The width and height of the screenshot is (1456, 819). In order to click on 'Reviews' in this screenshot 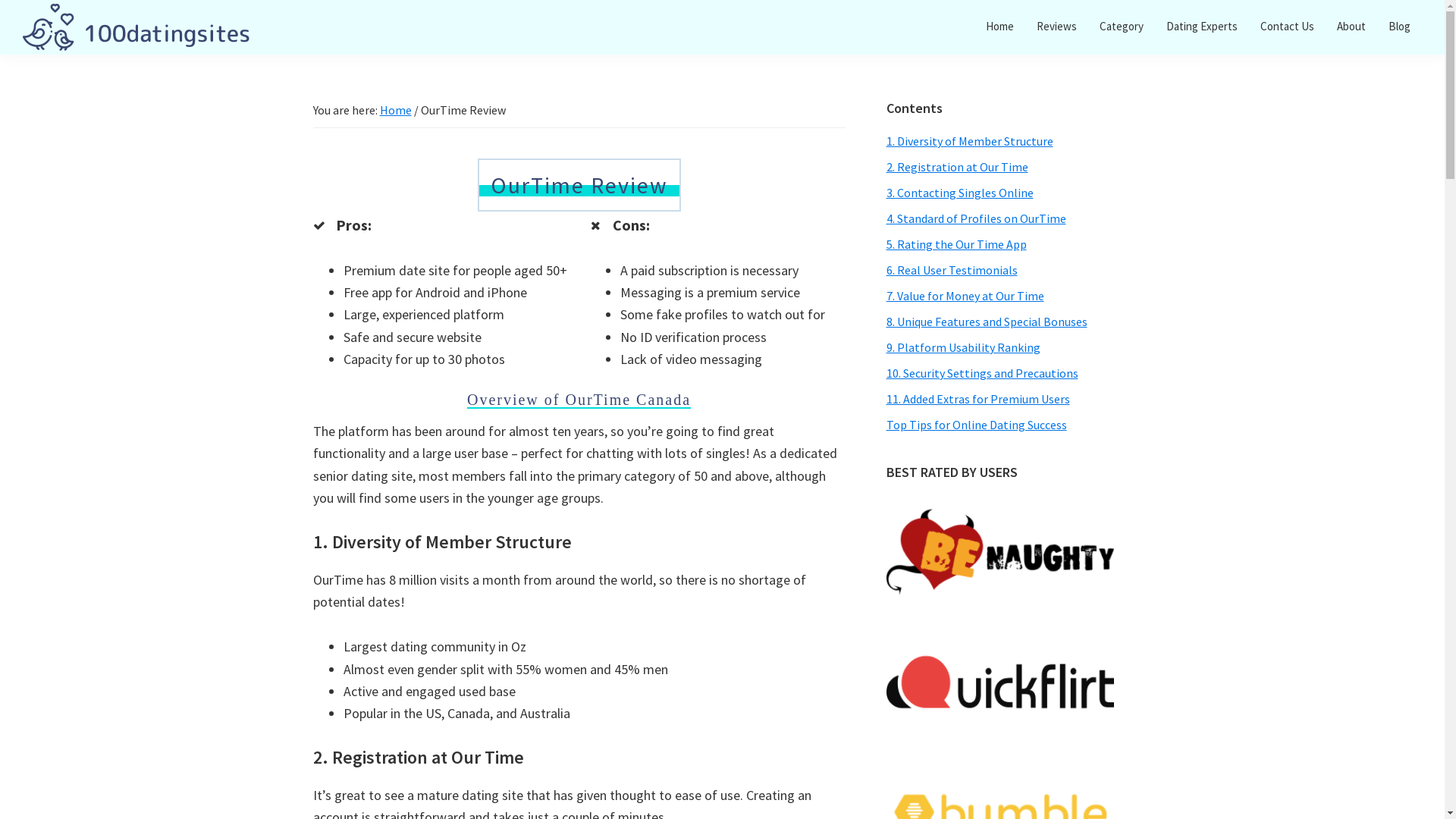, I will do `click(1056, 26)`.